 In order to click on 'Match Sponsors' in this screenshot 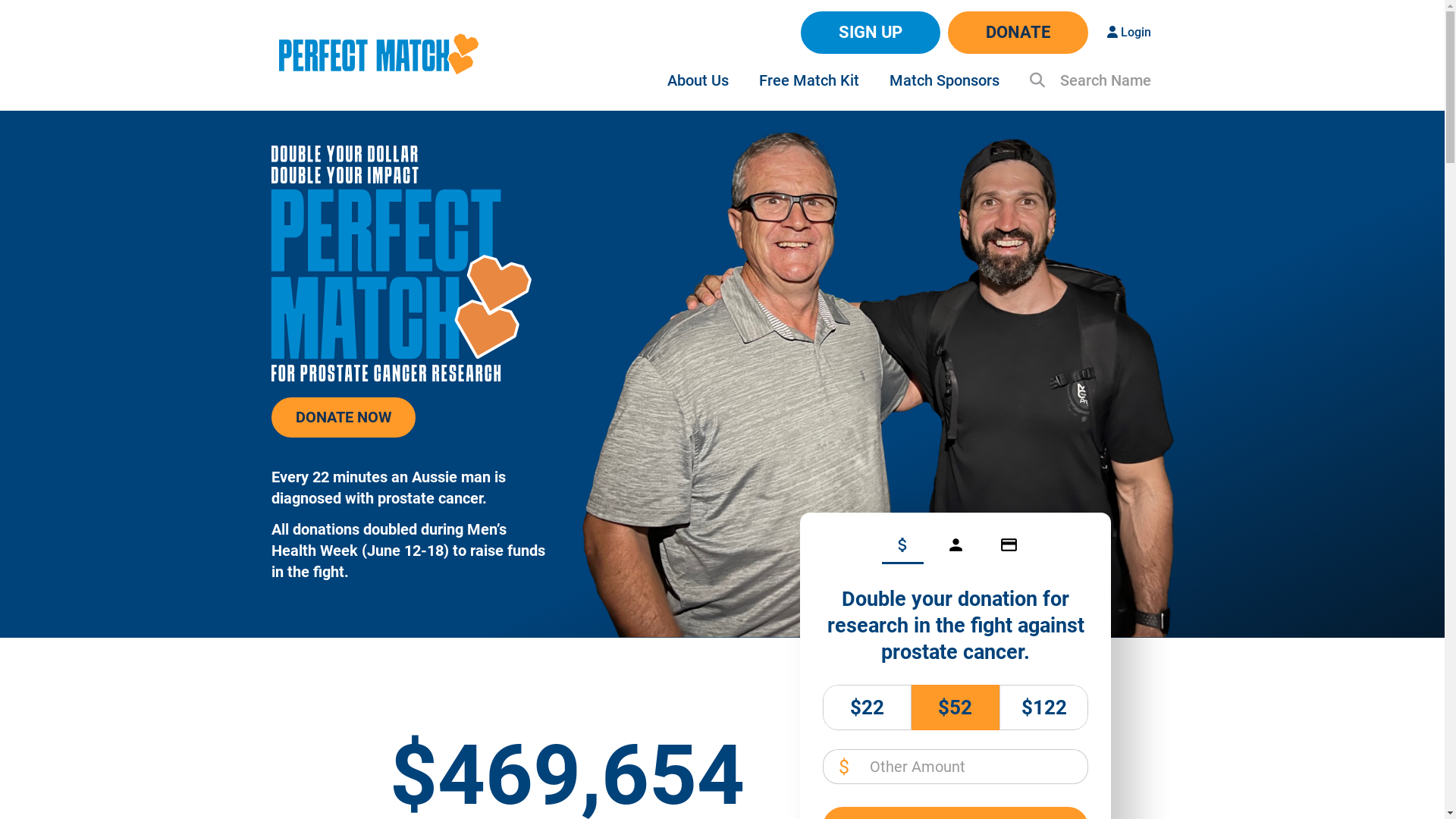, I will do `click(943, 80)`.